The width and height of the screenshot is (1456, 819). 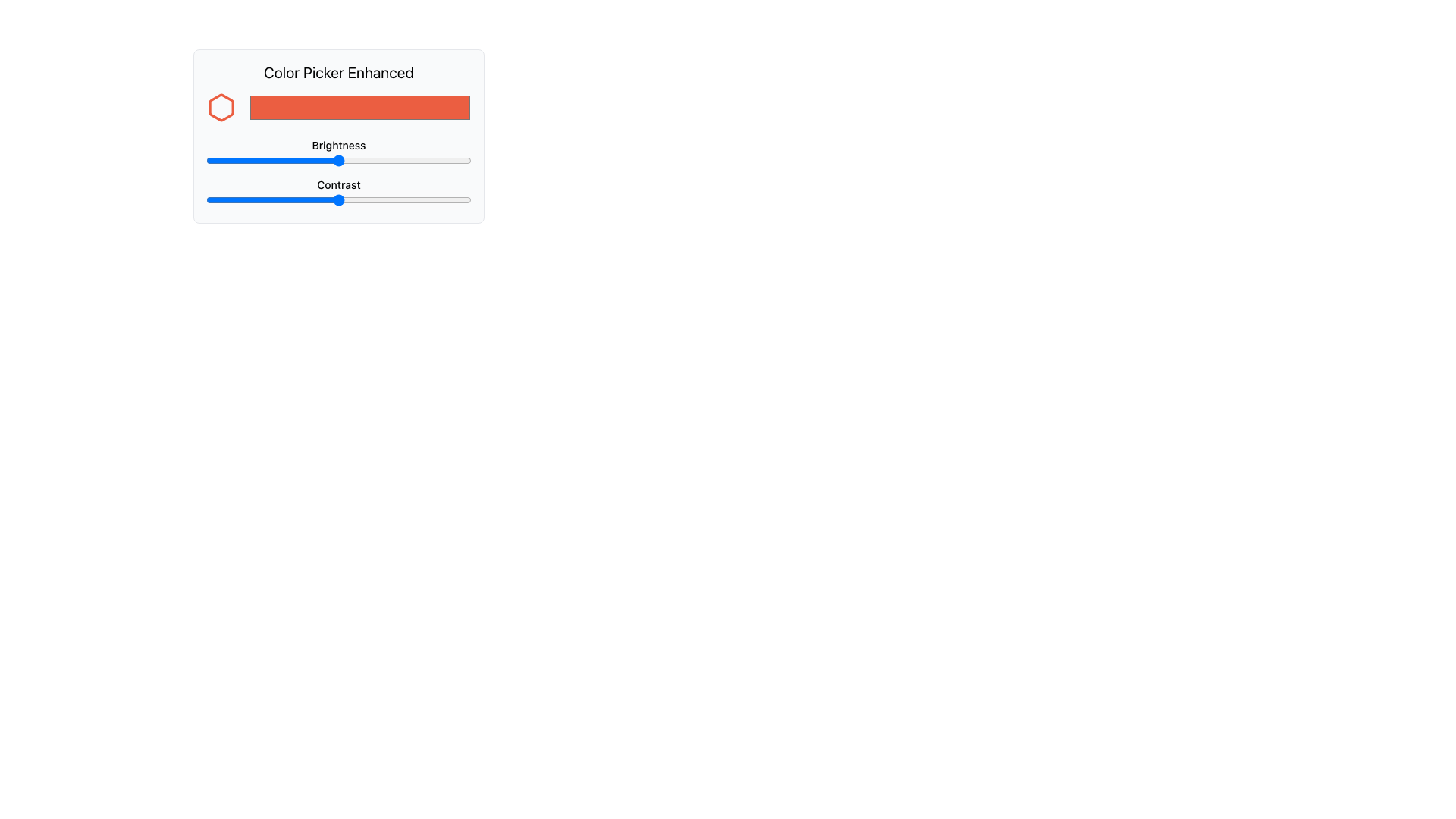 What do you see at coordinates (337, 161) in the screenshot?
I see `brightness level` at bounding box center [337, 161].